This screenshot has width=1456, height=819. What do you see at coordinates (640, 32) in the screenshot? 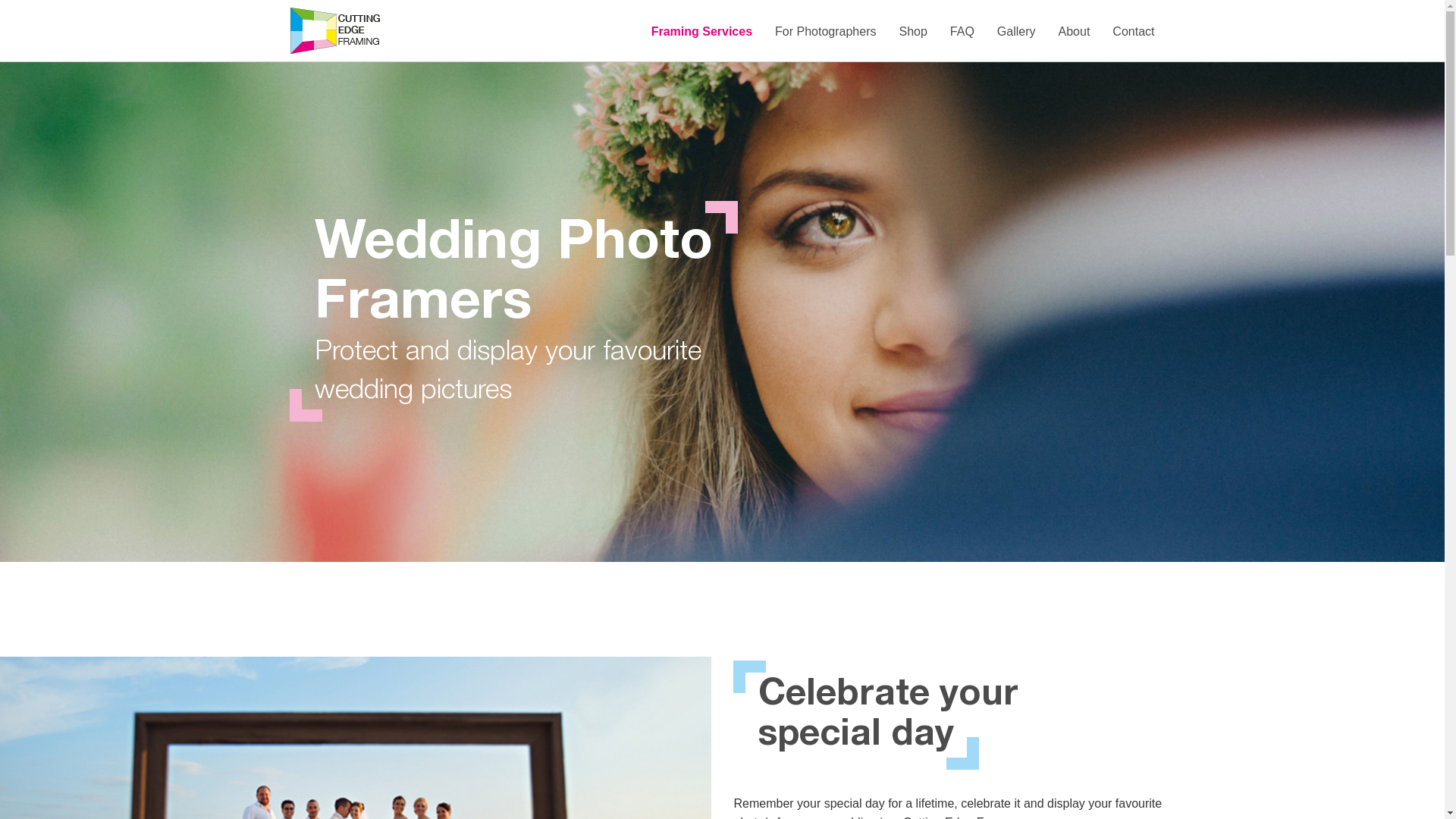
I see `'Framing Services'` at bounding box center [640, 32].